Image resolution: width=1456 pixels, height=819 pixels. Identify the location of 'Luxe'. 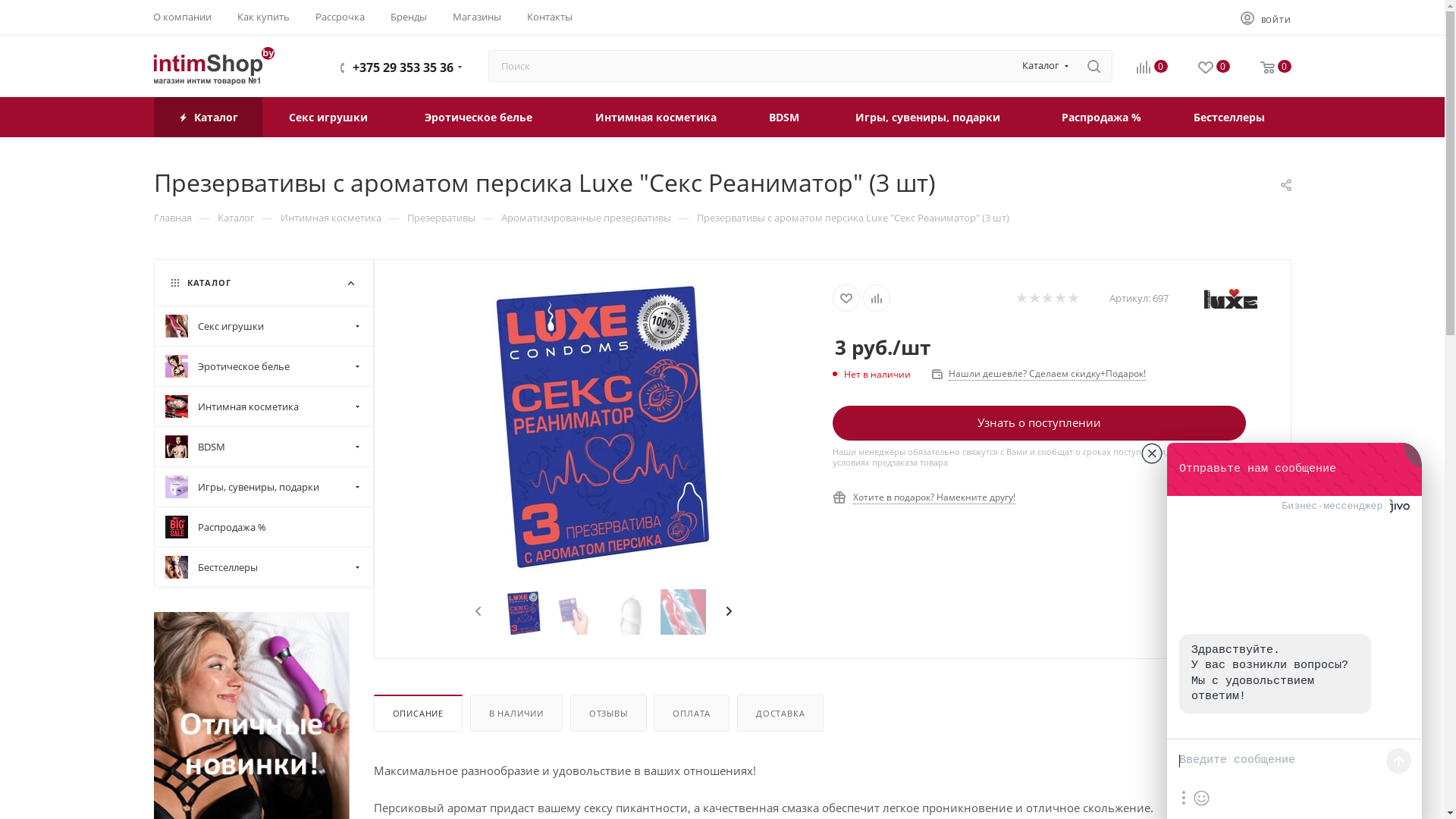
(1230, 298).